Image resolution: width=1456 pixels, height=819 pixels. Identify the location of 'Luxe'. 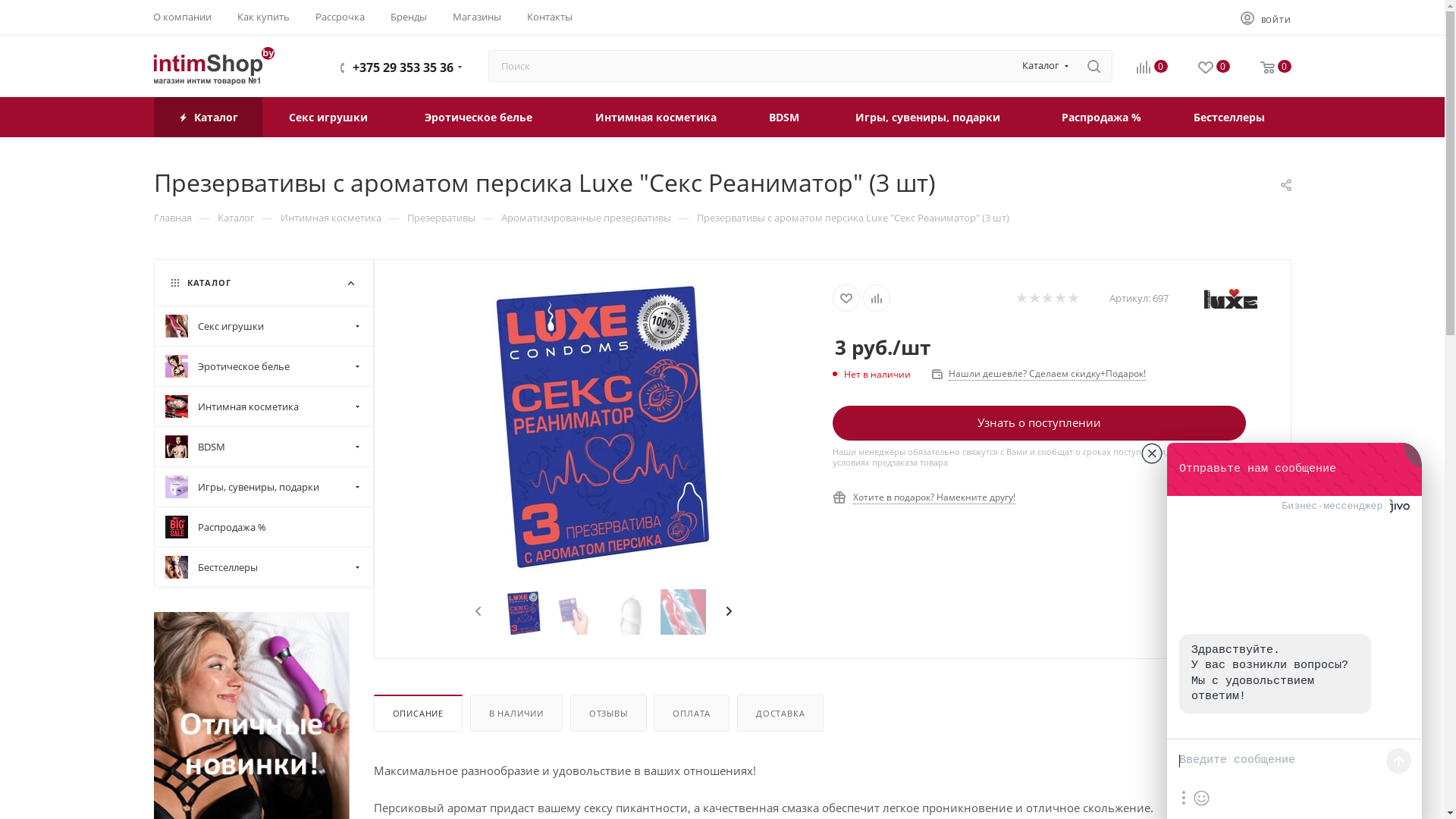
(1230, 298).